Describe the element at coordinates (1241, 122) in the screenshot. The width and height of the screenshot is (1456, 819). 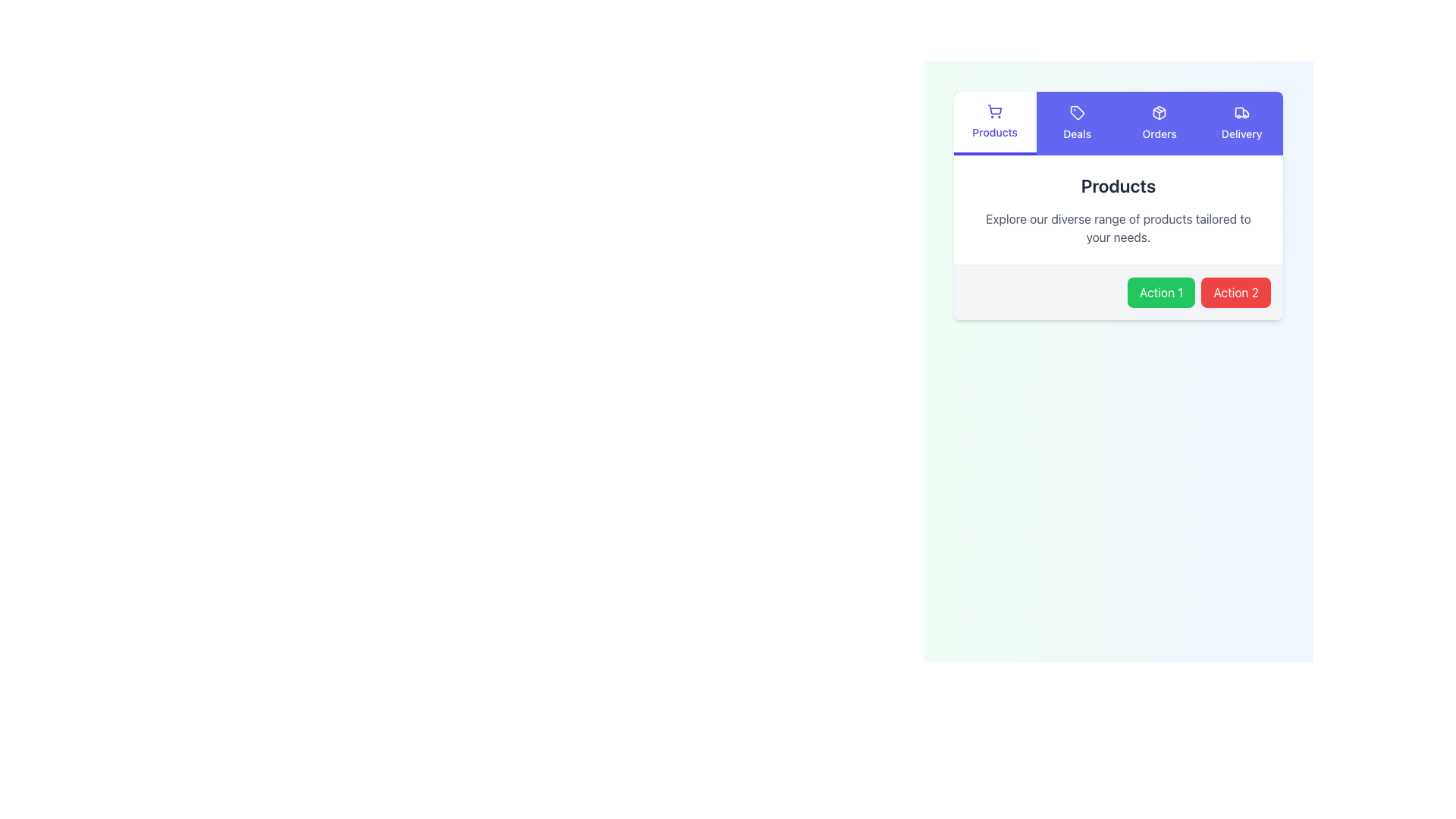
I see `the 'Delivery' Tab Button, which has a purple background, a truck icon, and is the fourth button in the row of tab buttons` at that location.